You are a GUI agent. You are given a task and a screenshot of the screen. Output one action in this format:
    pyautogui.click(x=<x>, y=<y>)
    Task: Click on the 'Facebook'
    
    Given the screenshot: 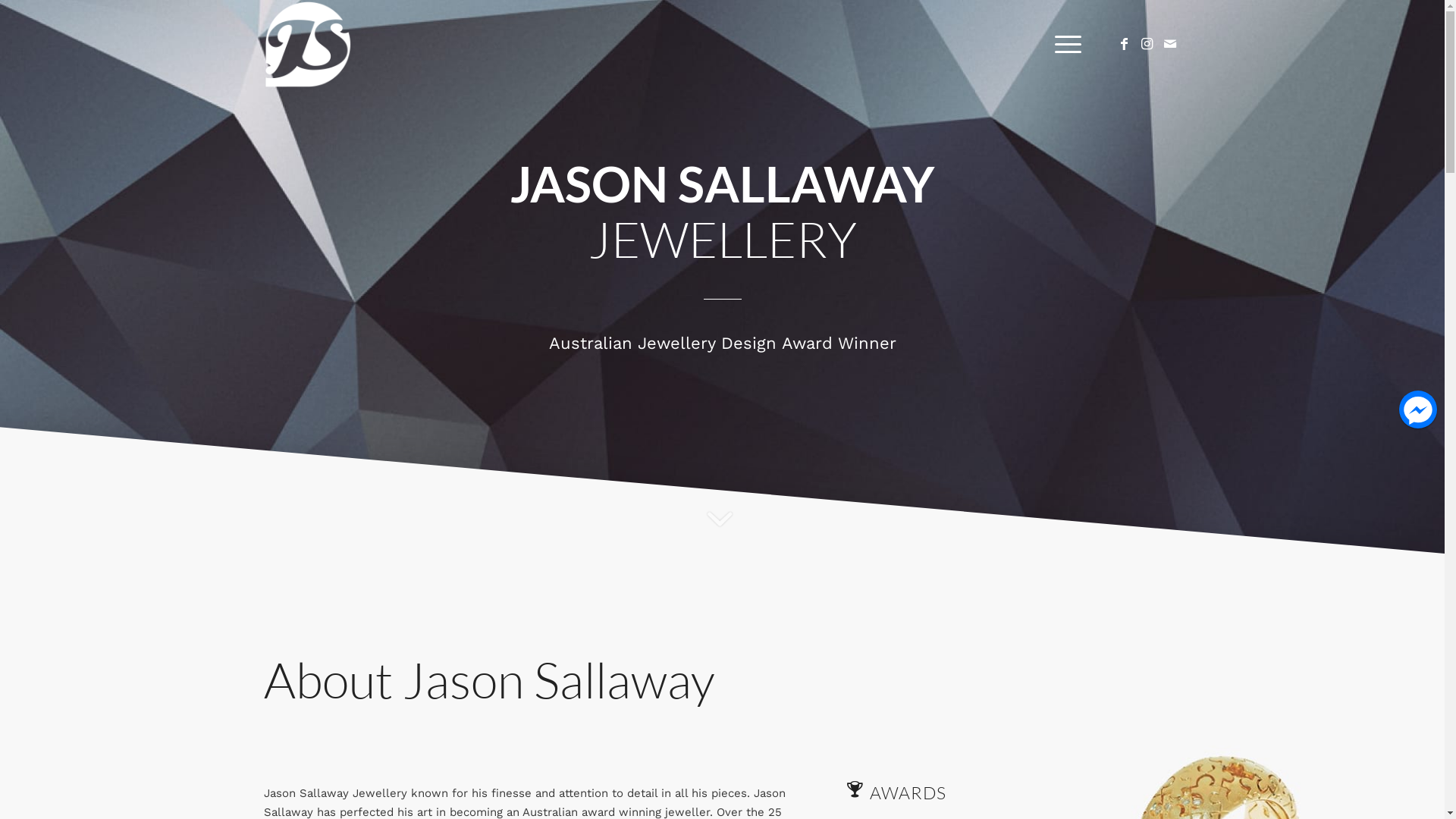 What is the action you would take?
    pyautogui.click(x=1125, y=42)
    